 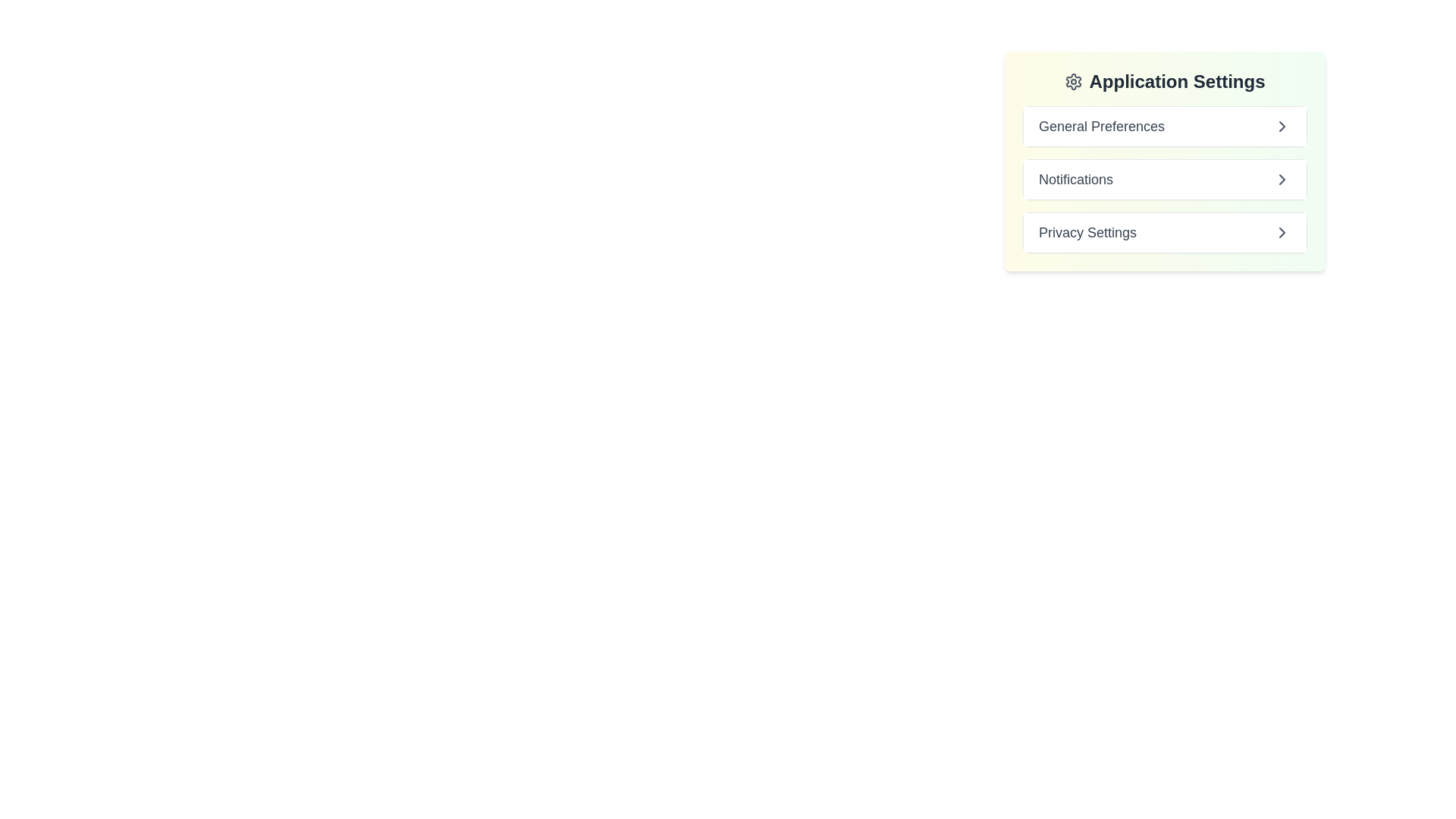 What do you see at coordinates (1281, 125) in the screenshot?
I see `the navigation icon located to the far right of the 'General Preferences' option within the 'Application Settings' panel, which indicates further options for settings` at bounding box center [1281, 125].